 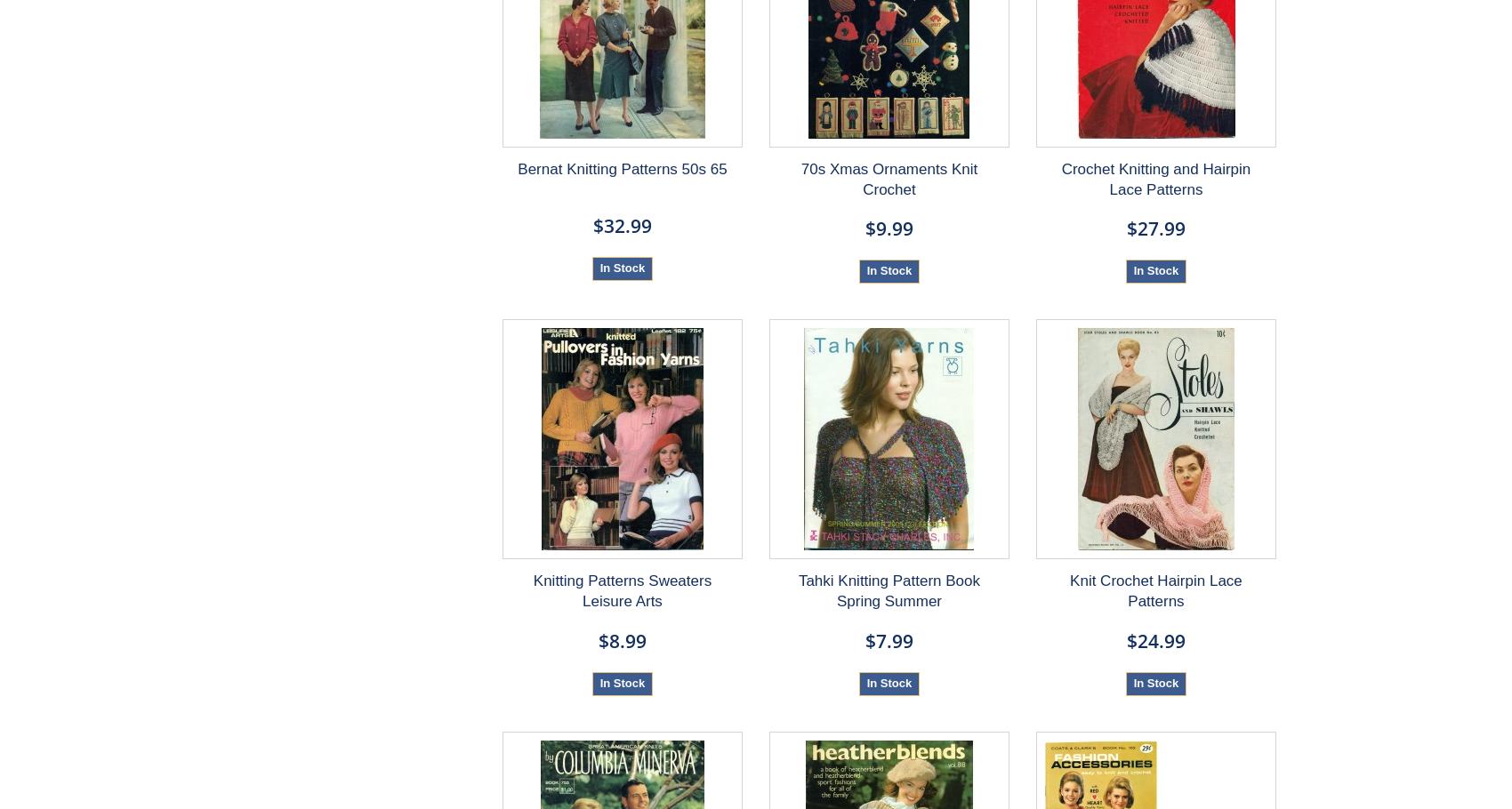 What do you see at coordinates (622, 638) in the screenshot?
I see `'$8.99'` at bounding box center [622, 638].